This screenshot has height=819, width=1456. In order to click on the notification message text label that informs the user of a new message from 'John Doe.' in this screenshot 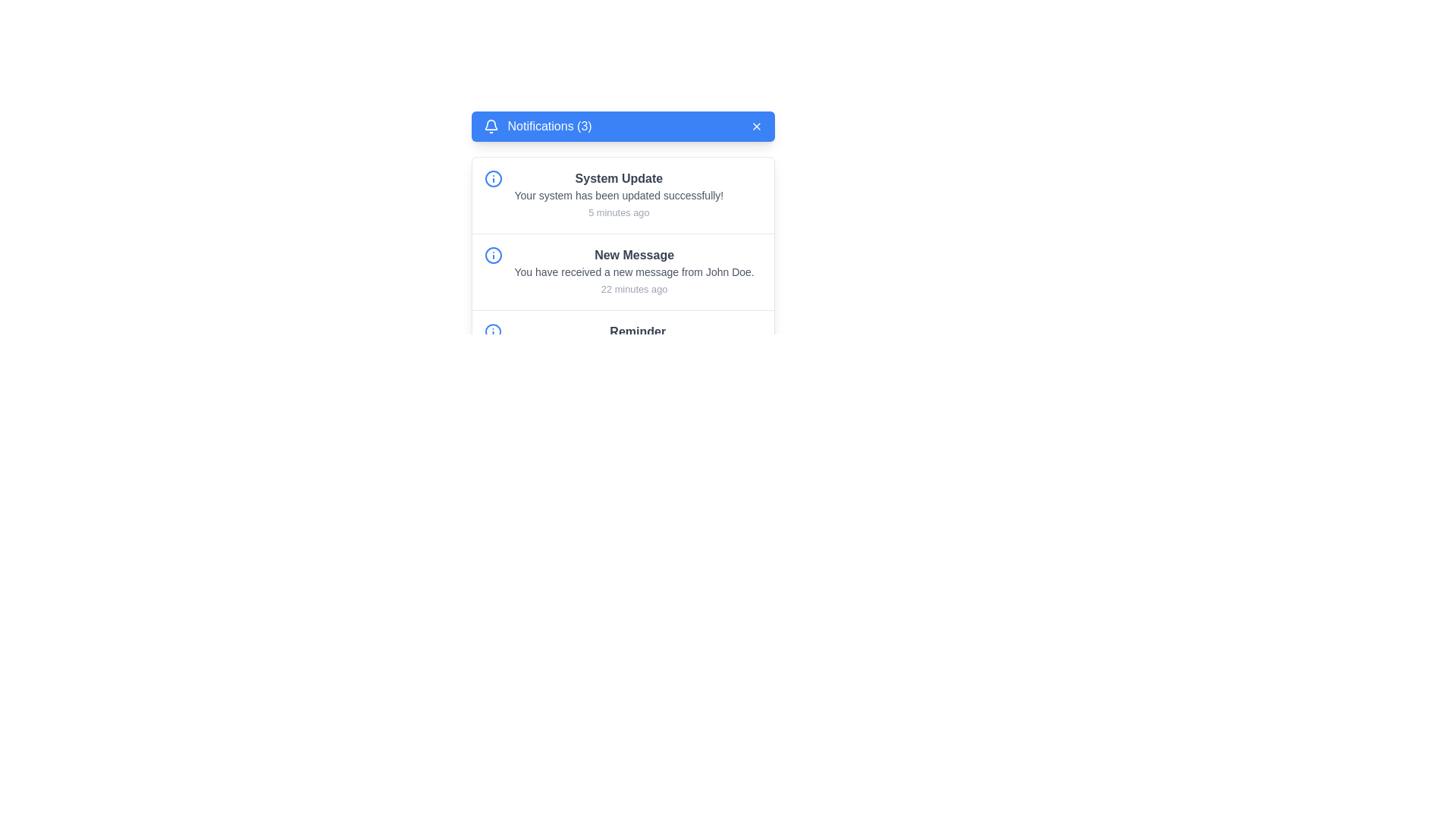, I will do `click(634, 271)`.